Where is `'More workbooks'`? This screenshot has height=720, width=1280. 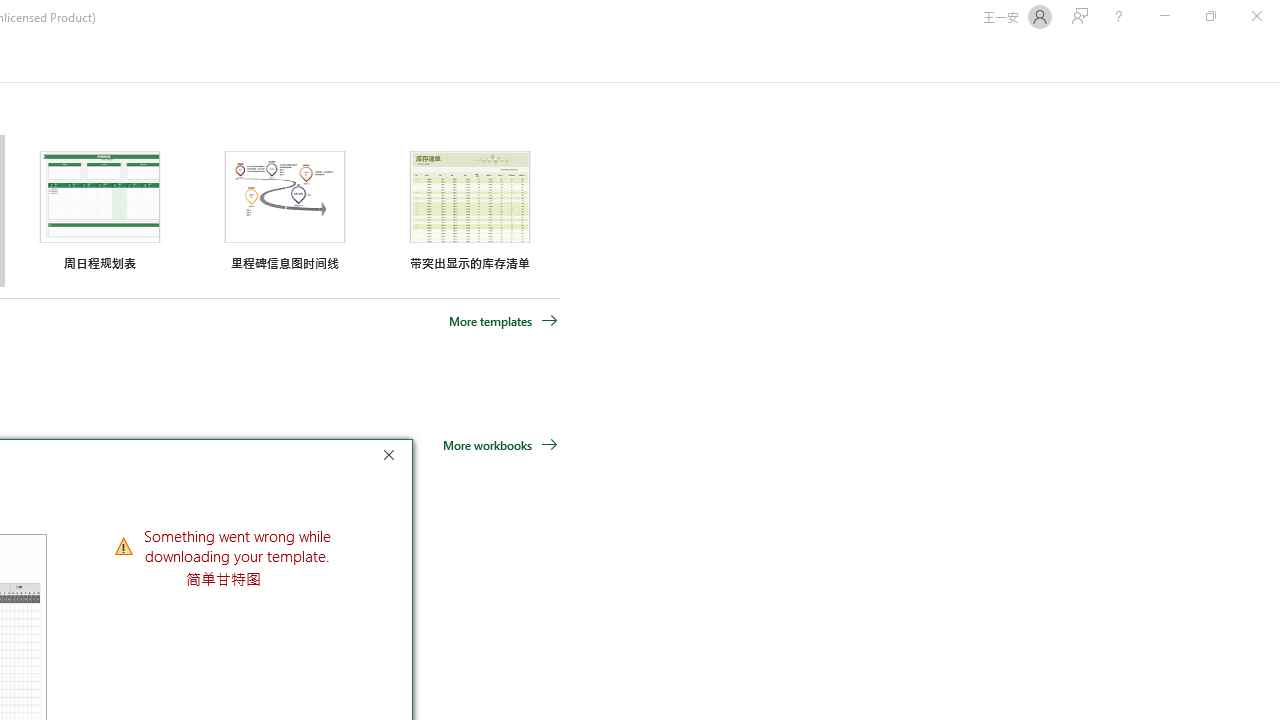 'More workbooks' is located at coordinates (501, 443).